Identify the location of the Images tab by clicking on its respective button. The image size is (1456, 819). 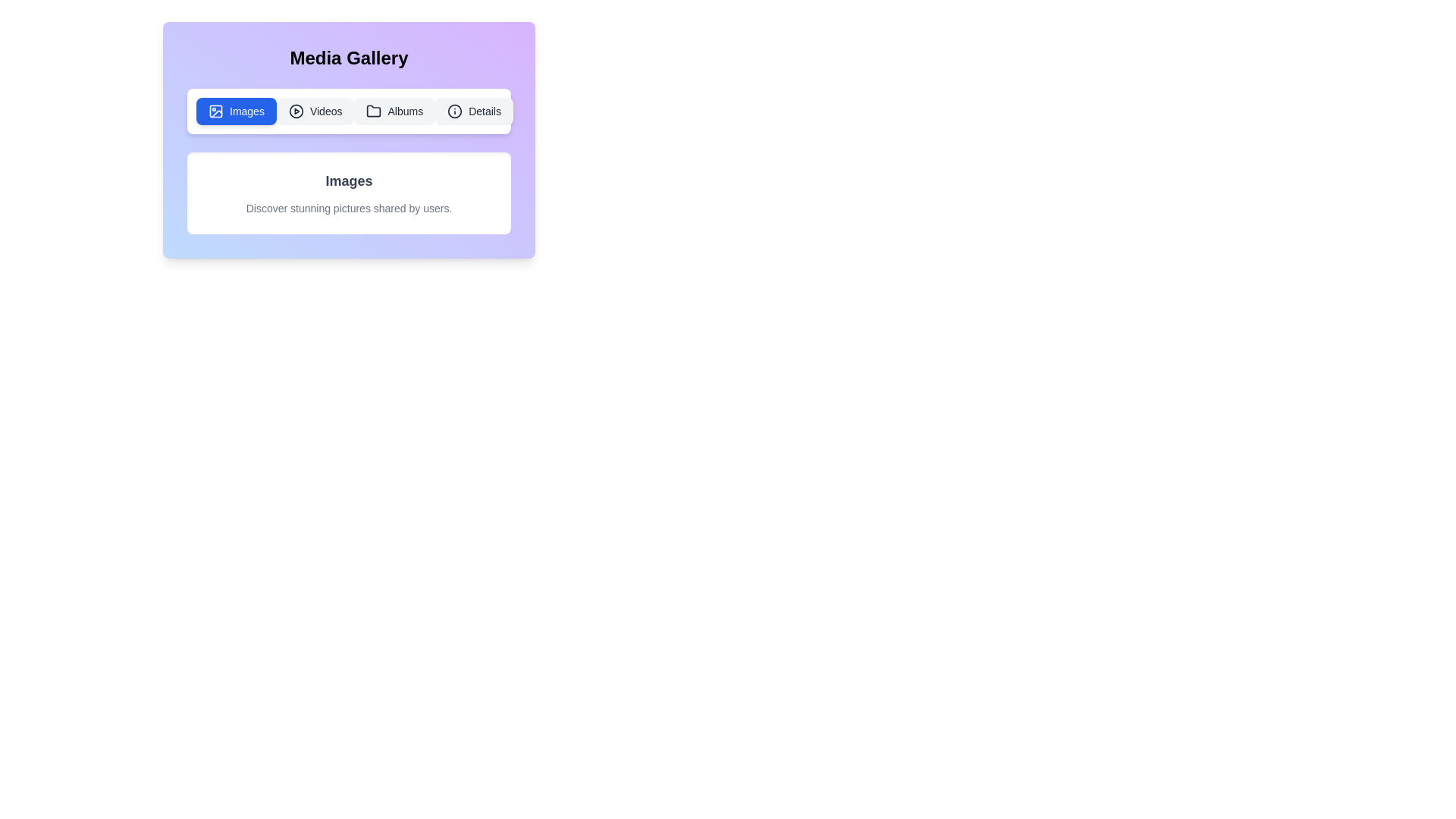
(236, 110).